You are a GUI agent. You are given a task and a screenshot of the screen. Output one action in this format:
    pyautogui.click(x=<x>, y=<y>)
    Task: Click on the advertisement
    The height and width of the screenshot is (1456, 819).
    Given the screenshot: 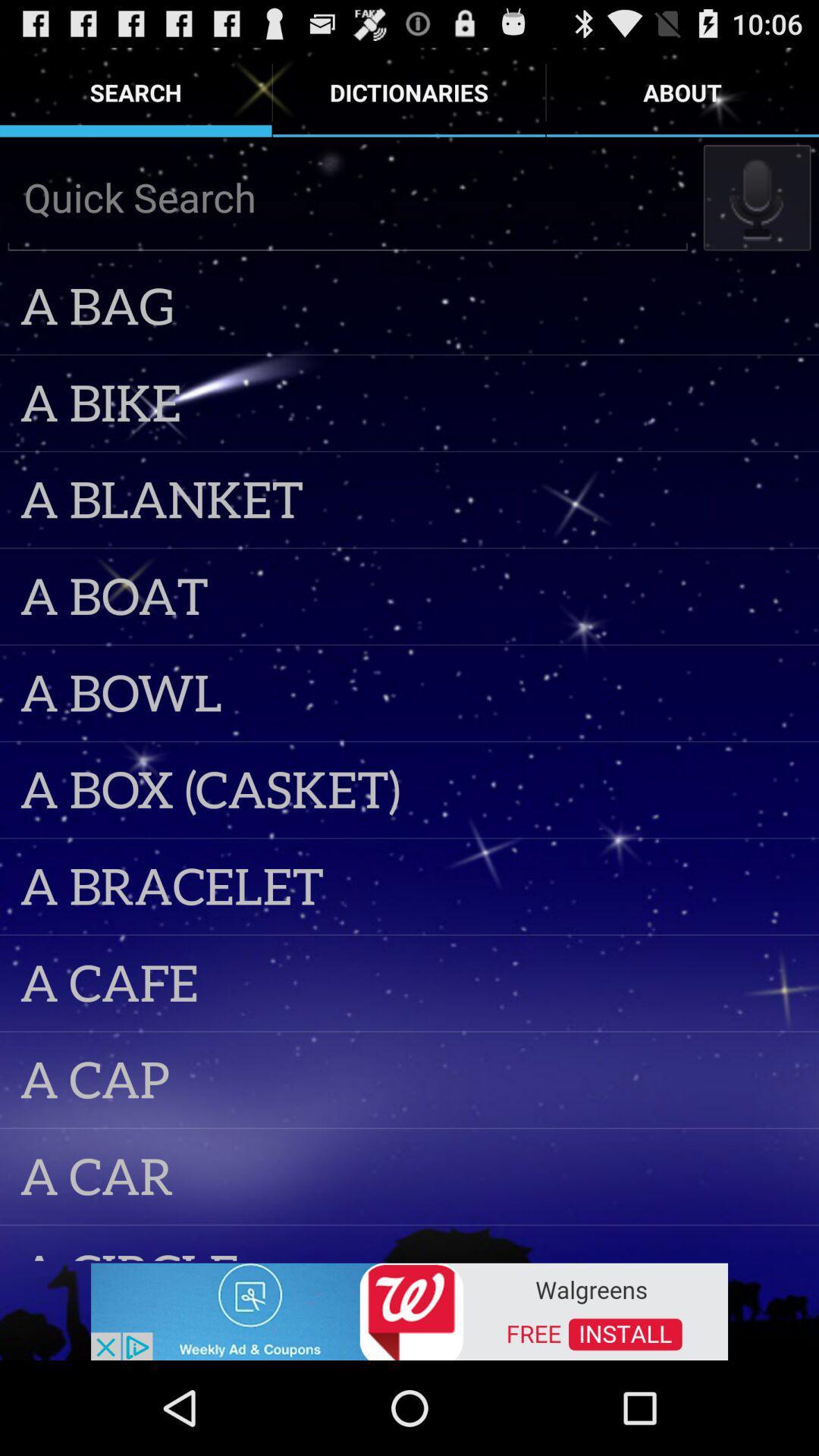 What is the action you would take?
    pyautogui.click(x=409, y=1310)
    